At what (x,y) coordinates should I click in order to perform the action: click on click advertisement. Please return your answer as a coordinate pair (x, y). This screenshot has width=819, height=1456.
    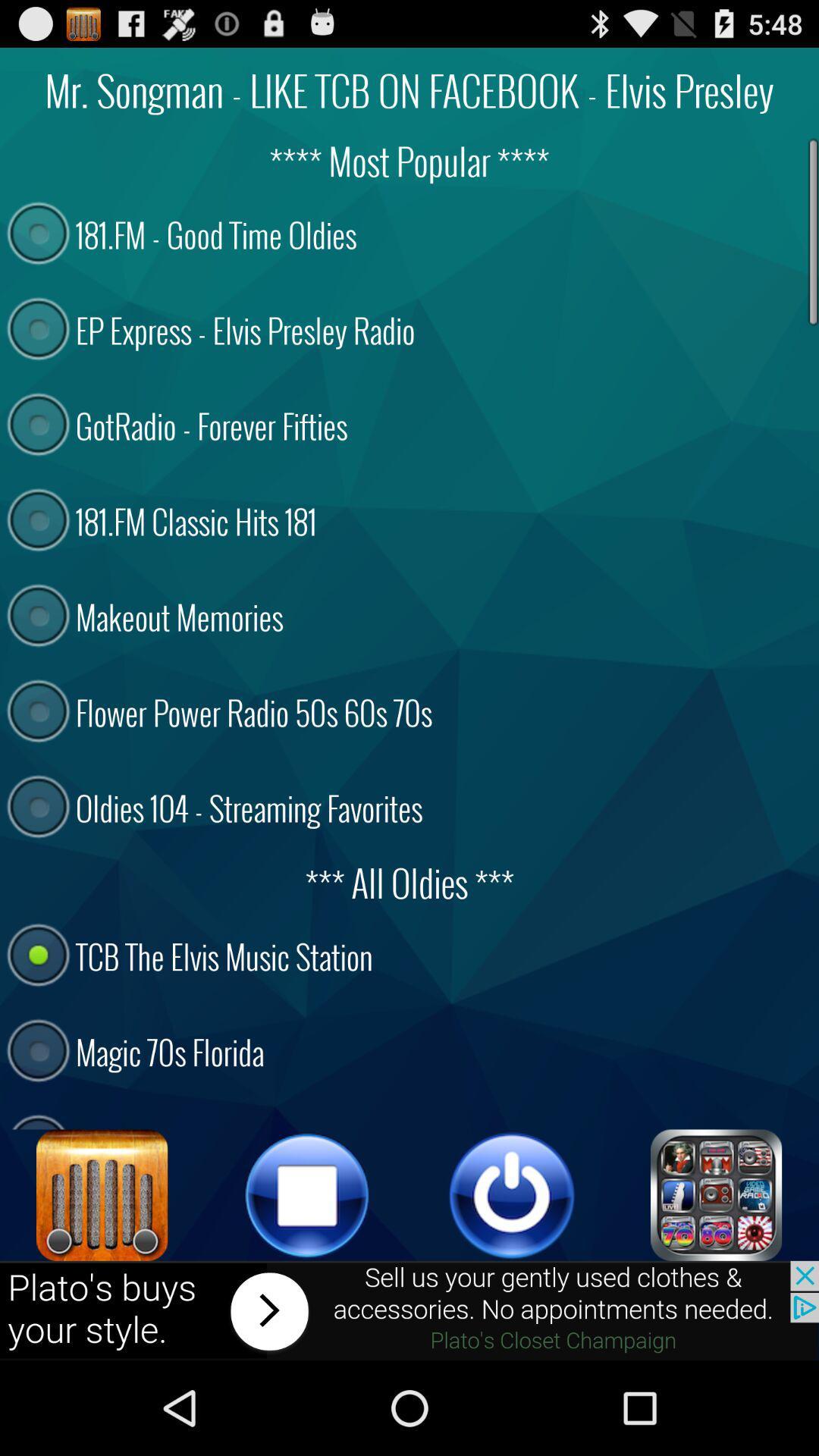
    Looking at the image, I should click on (409, 1310).